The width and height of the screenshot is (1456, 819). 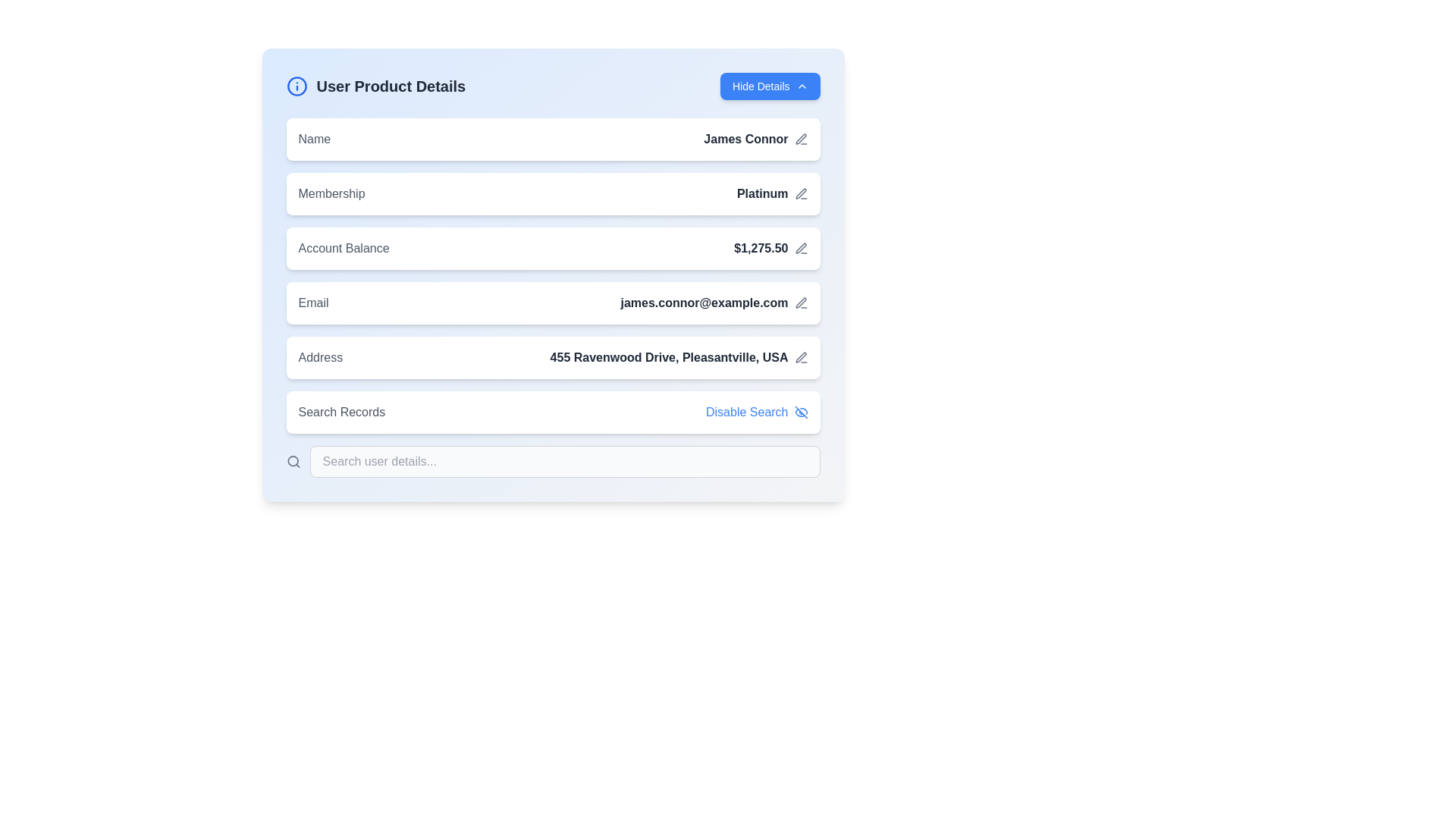 I want to click on the edit icon located to the right of the 'Account Balance' field, adjacent to the value '$1,275.50', within the 'User Product Details' card, so click(x=800, y=247).